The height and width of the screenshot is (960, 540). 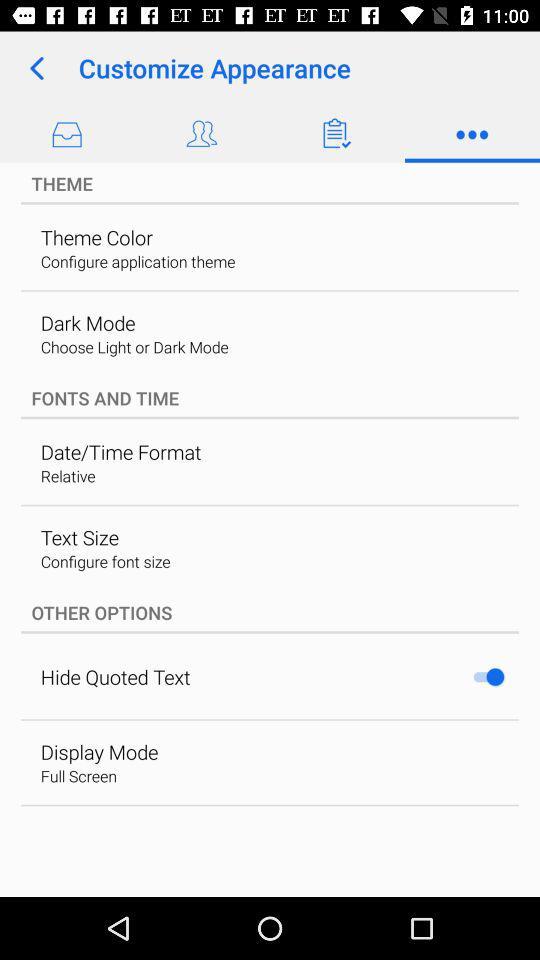 What do you see at coordinates (78, 536) in the screenshot?
I see `the icon below relative` at bounding box center [78, 536].